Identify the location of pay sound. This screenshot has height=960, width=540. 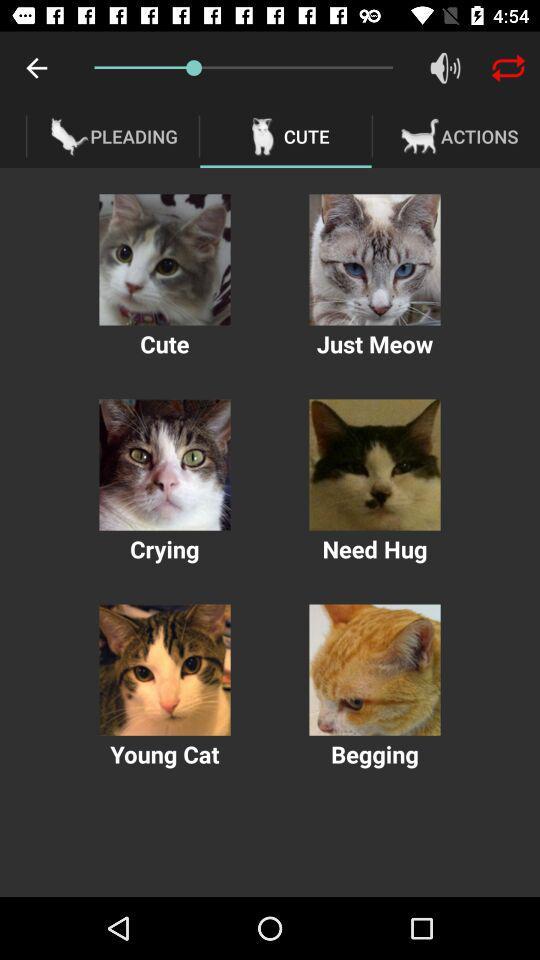
(374, 258).